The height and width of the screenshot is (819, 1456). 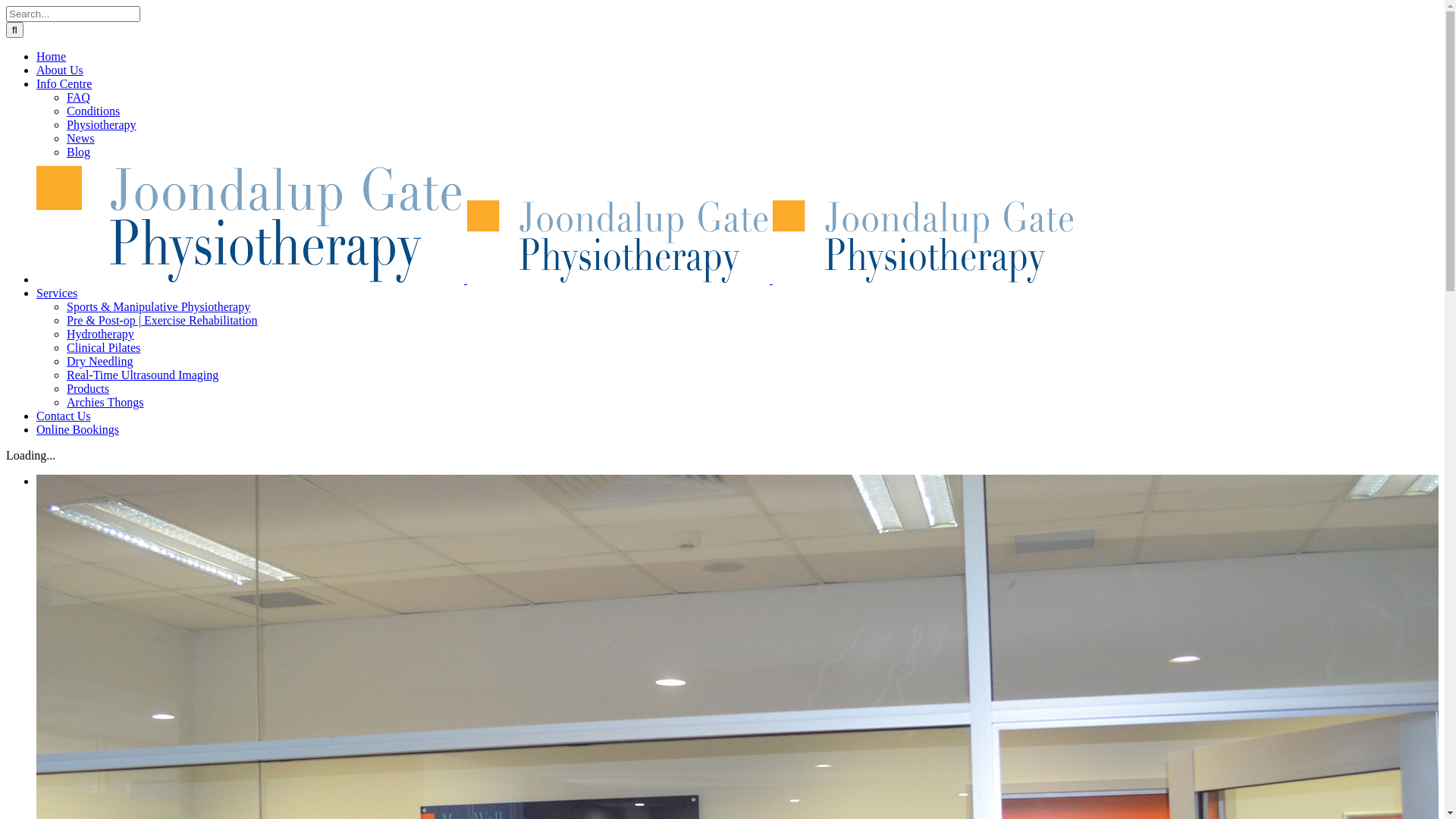 What do you see at coordinates (65, 375) in the screenshot?
I see `'Real-Time Ultrasound Imaging'` at bounding box center [65, 375].